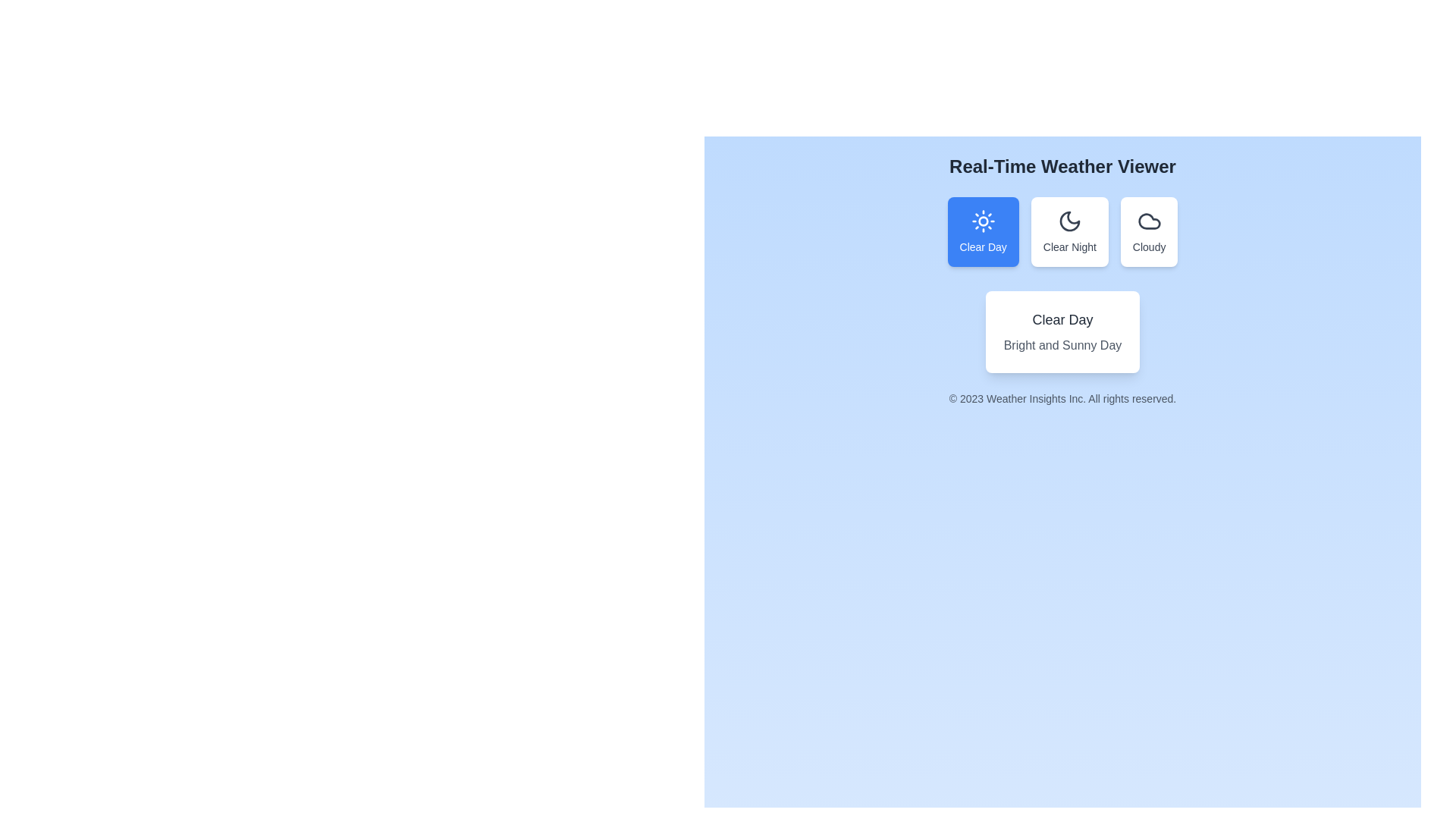  Describe the element at coordinates (1062, 166) in the screenshot. I see `the bold text heading 'Real-Time Weather Viewer' located at the top-center of the interactive interface with a light blue background` at that location.